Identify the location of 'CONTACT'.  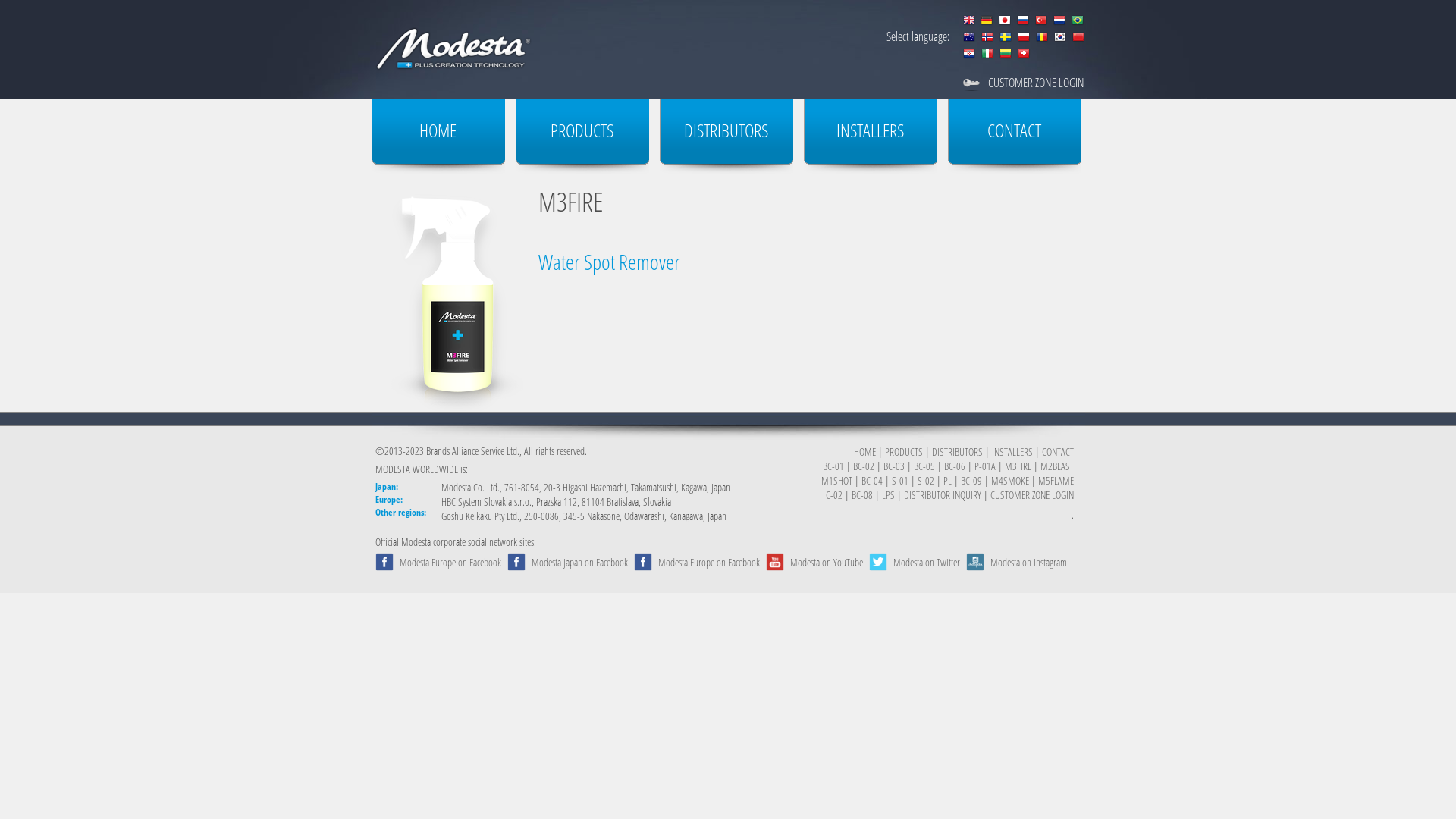
(1040, 450).